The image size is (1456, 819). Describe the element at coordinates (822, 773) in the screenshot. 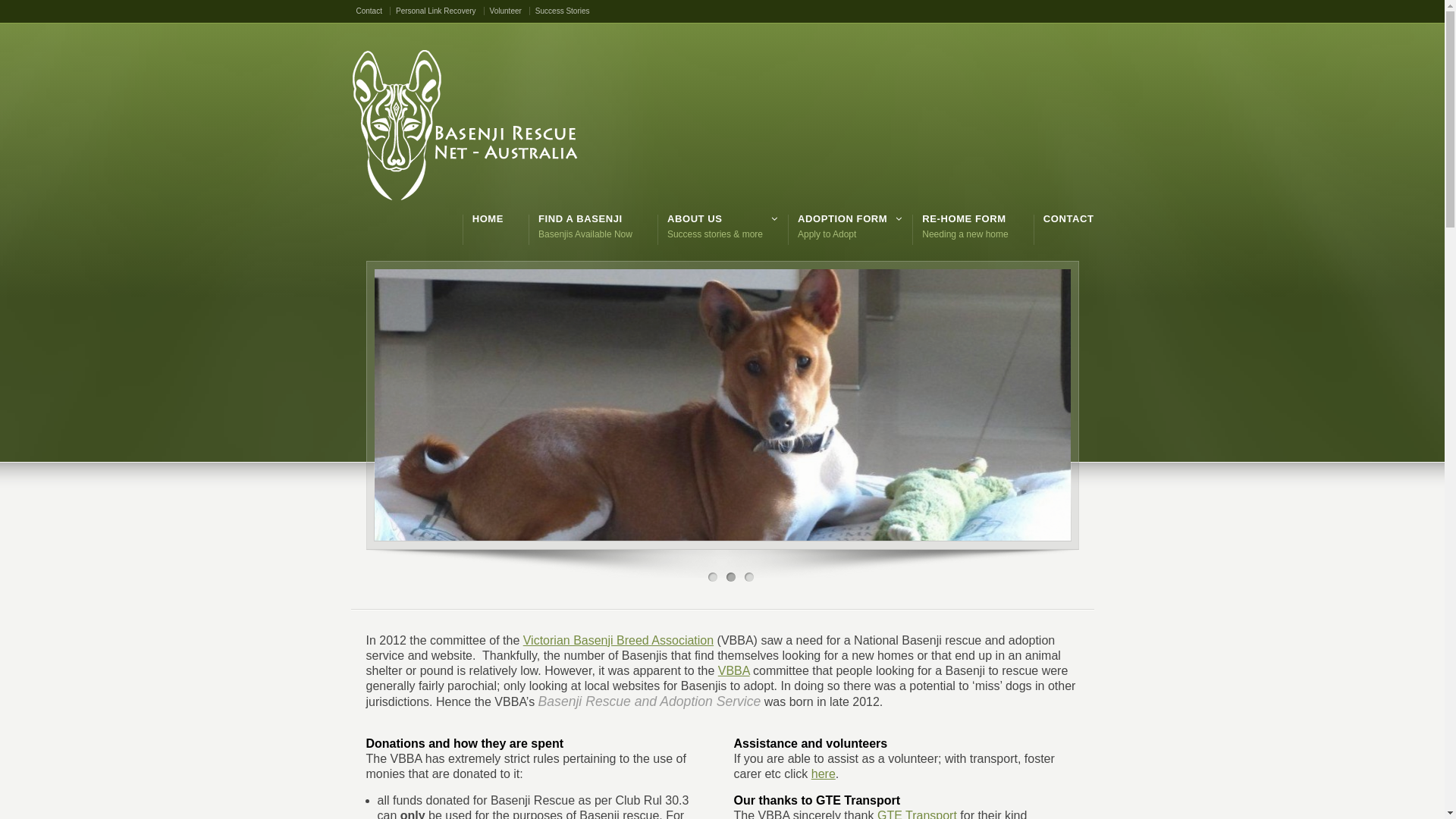

I see `'here'` at that location.